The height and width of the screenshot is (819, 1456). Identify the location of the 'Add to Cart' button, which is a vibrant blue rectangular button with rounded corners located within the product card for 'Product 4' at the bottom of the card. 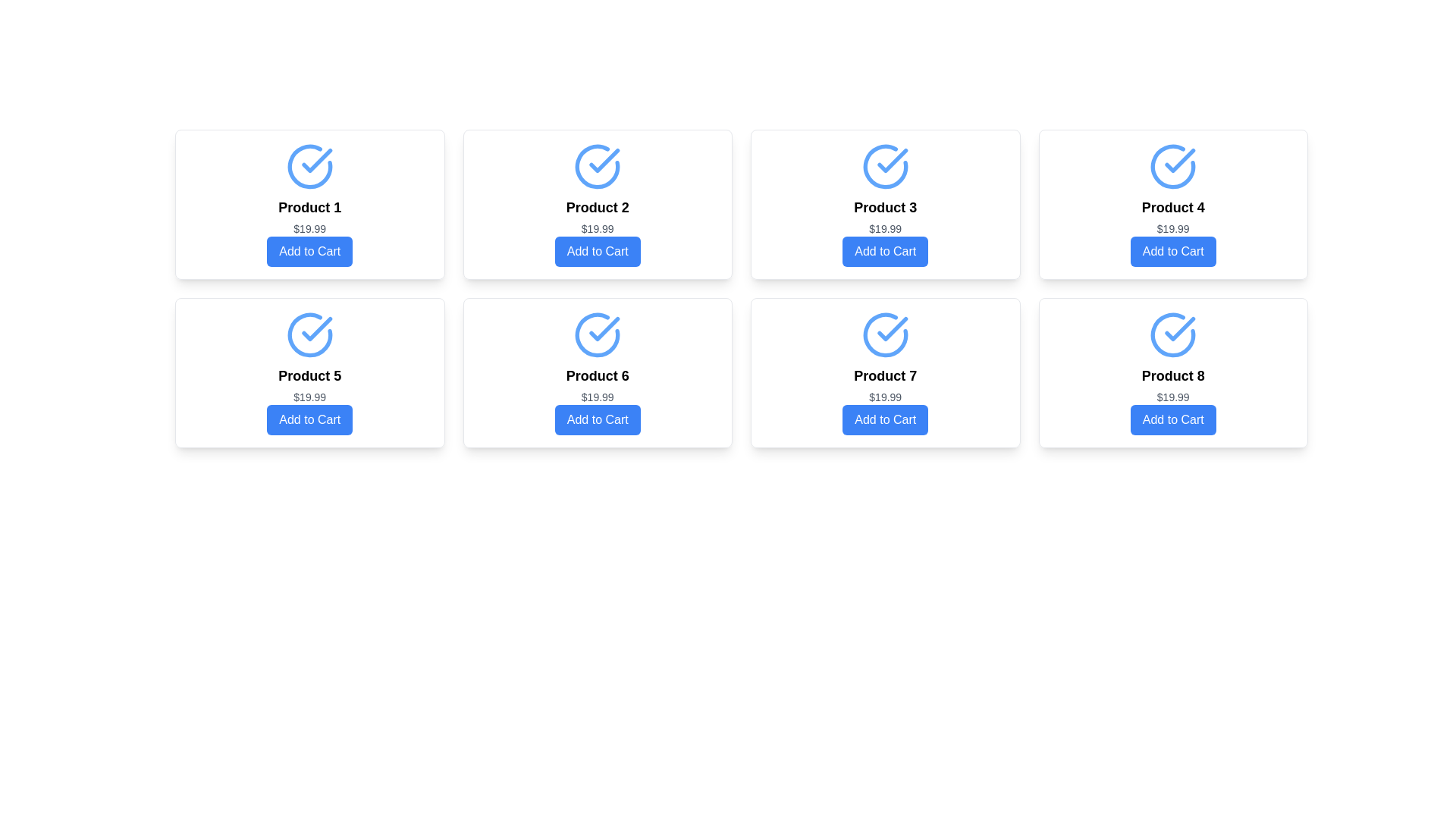
(1172, 250).